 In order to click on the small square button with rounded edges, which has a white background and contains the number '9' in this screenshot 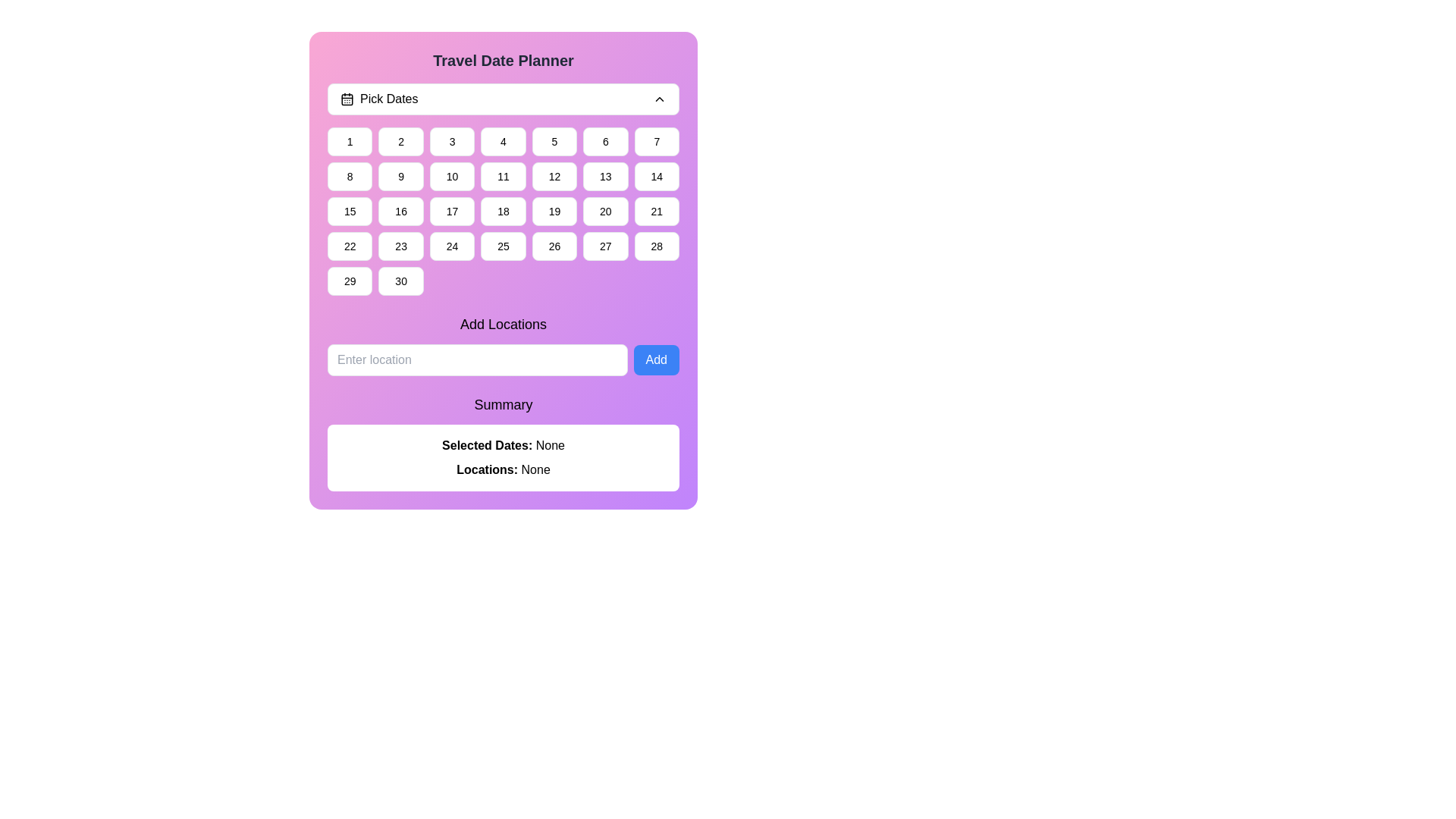, I will do `click(401, 175)`.